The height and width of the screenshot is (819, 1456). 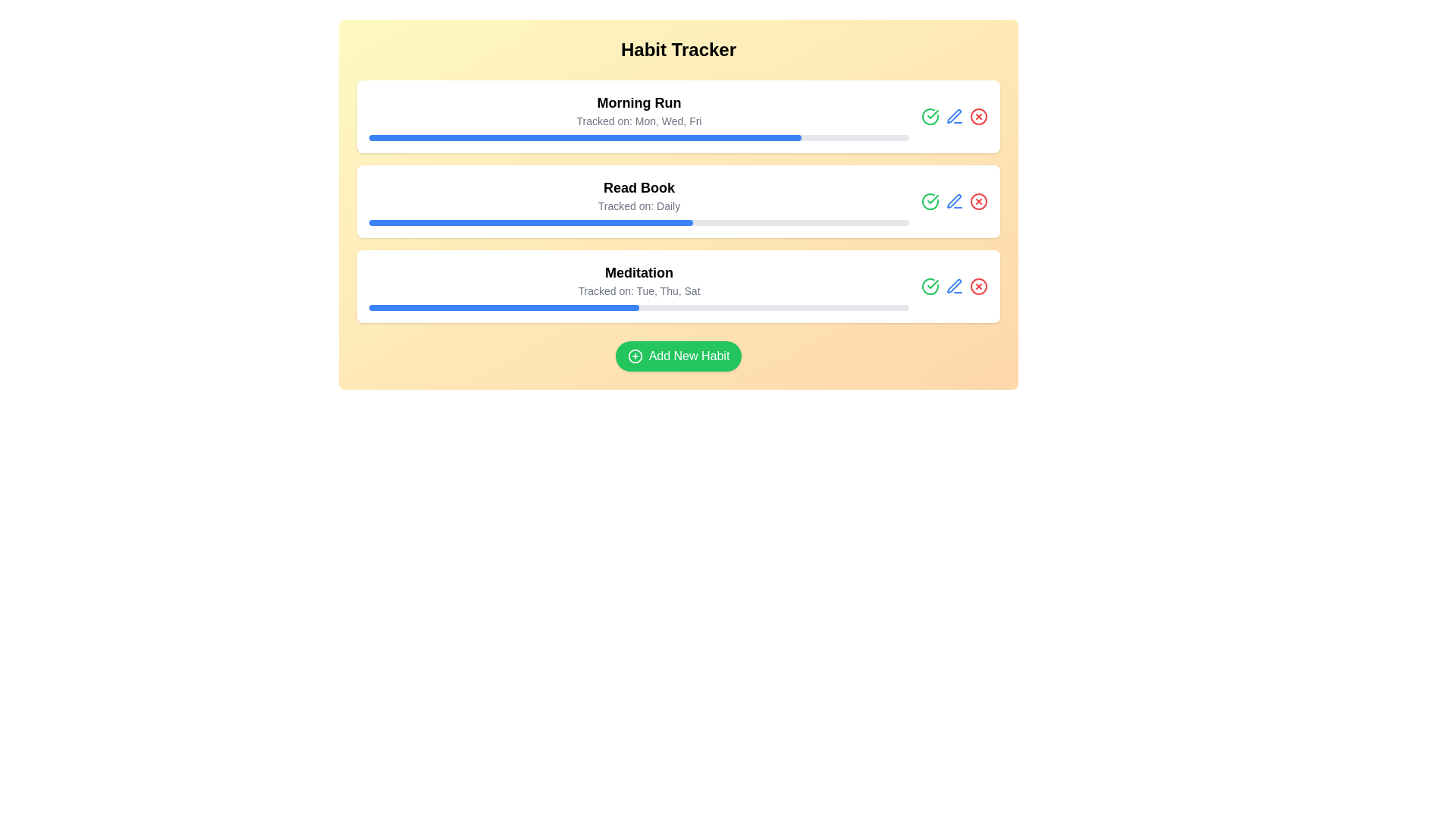 I want to click on the checkmark icon located to the right of the 'Read Book' habit task to confirm completion, so click(x=932, y=113).